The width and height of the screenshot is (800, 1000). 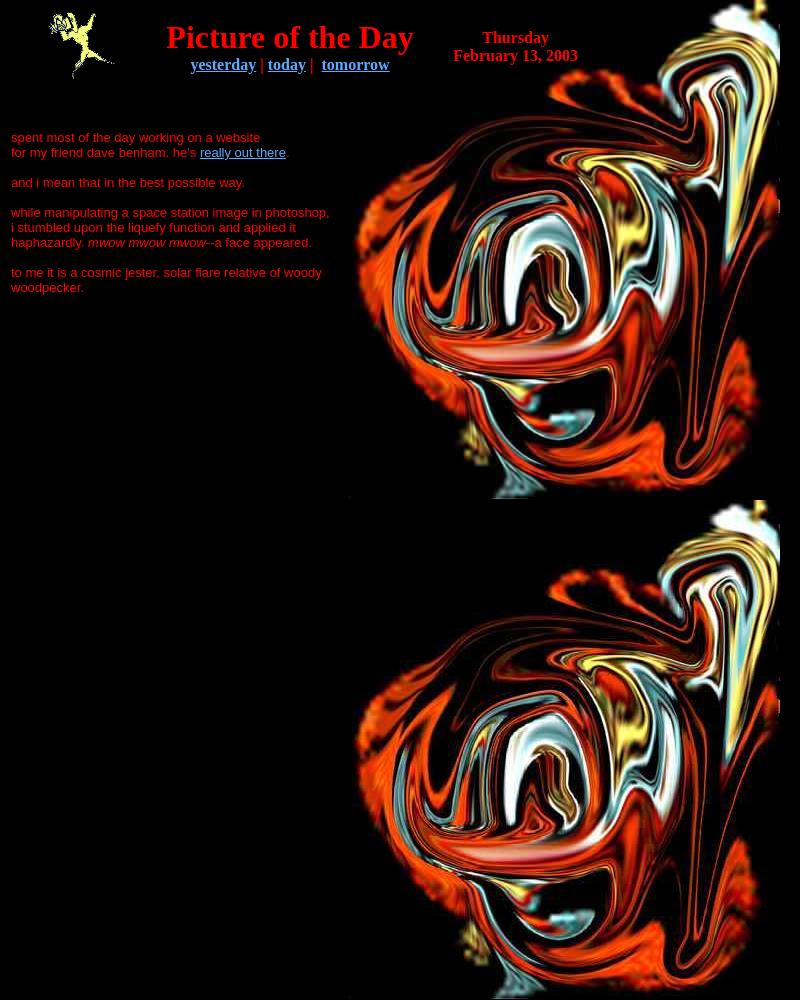 What do you see at coordinates (257, 241) in the screenshot?
I see `'--a
                              face appeared.'` at bounding box center [257, 241].